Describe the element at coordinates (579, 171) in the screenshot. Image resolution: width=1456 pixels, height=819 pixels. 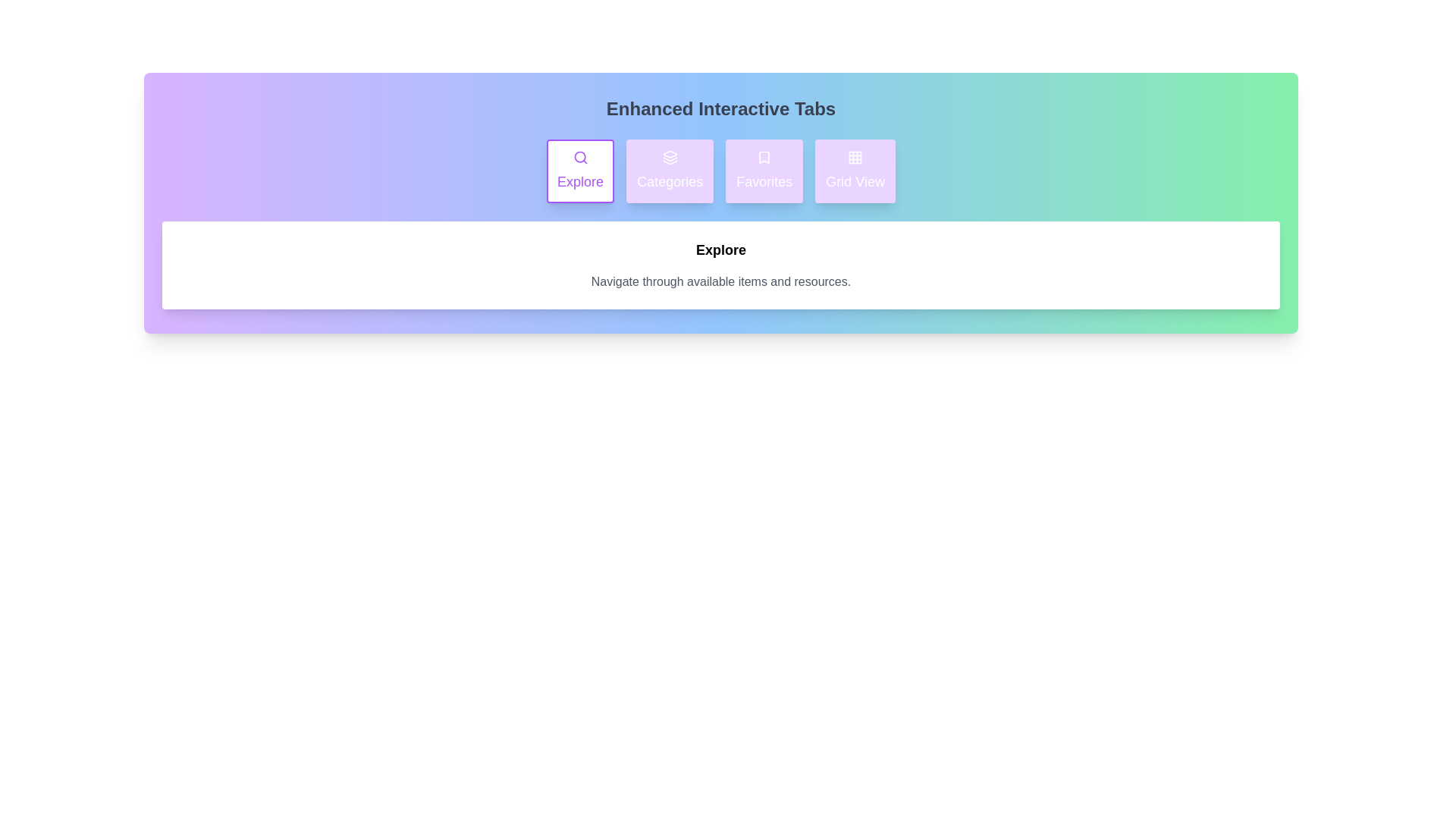
I see `the 'Explore' tab to ensure its description is displayed` at that location.